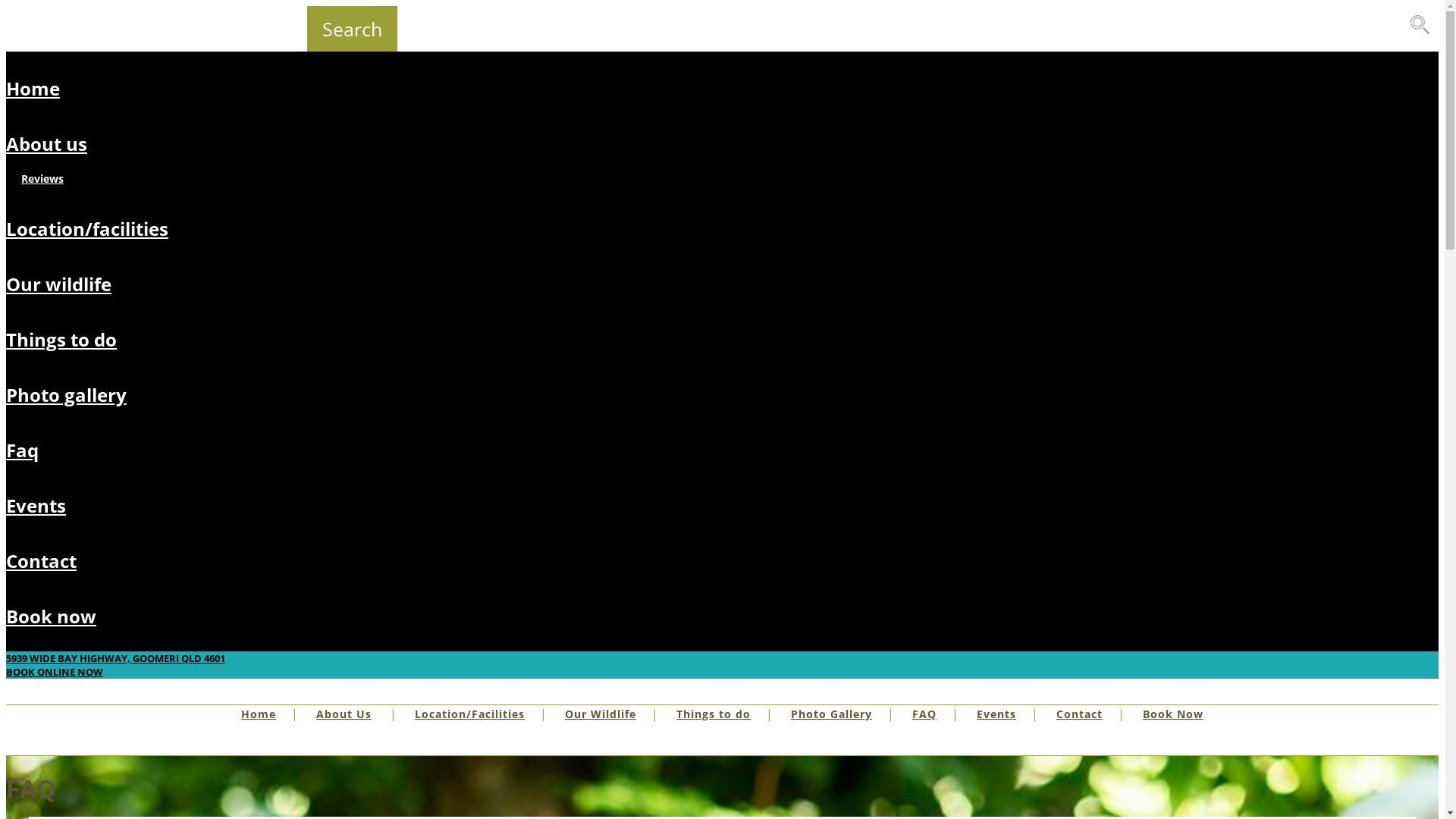 The height and width of the screenshot is (819, 1456). What do you see at coordinates (58, 284) in the screenshot?
I see `'our wildlife'` at bounding box center [58, 284].